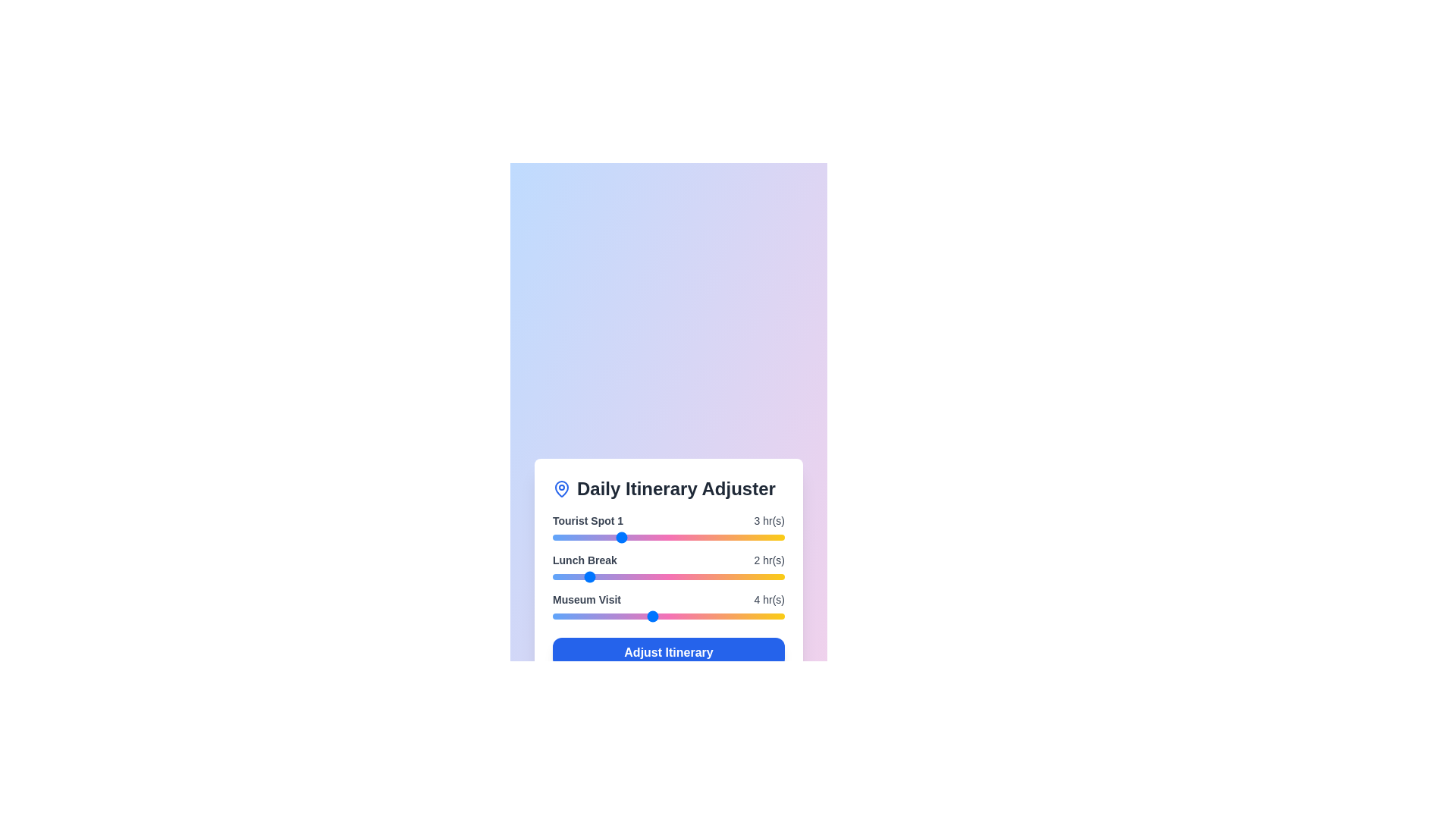 The height and width of the screenshot is (819, 1456). Describe the element at coordinates (668, 651) in the screenshot. I see `'Adjust Itinerary' button to confirm the changes` at that location.